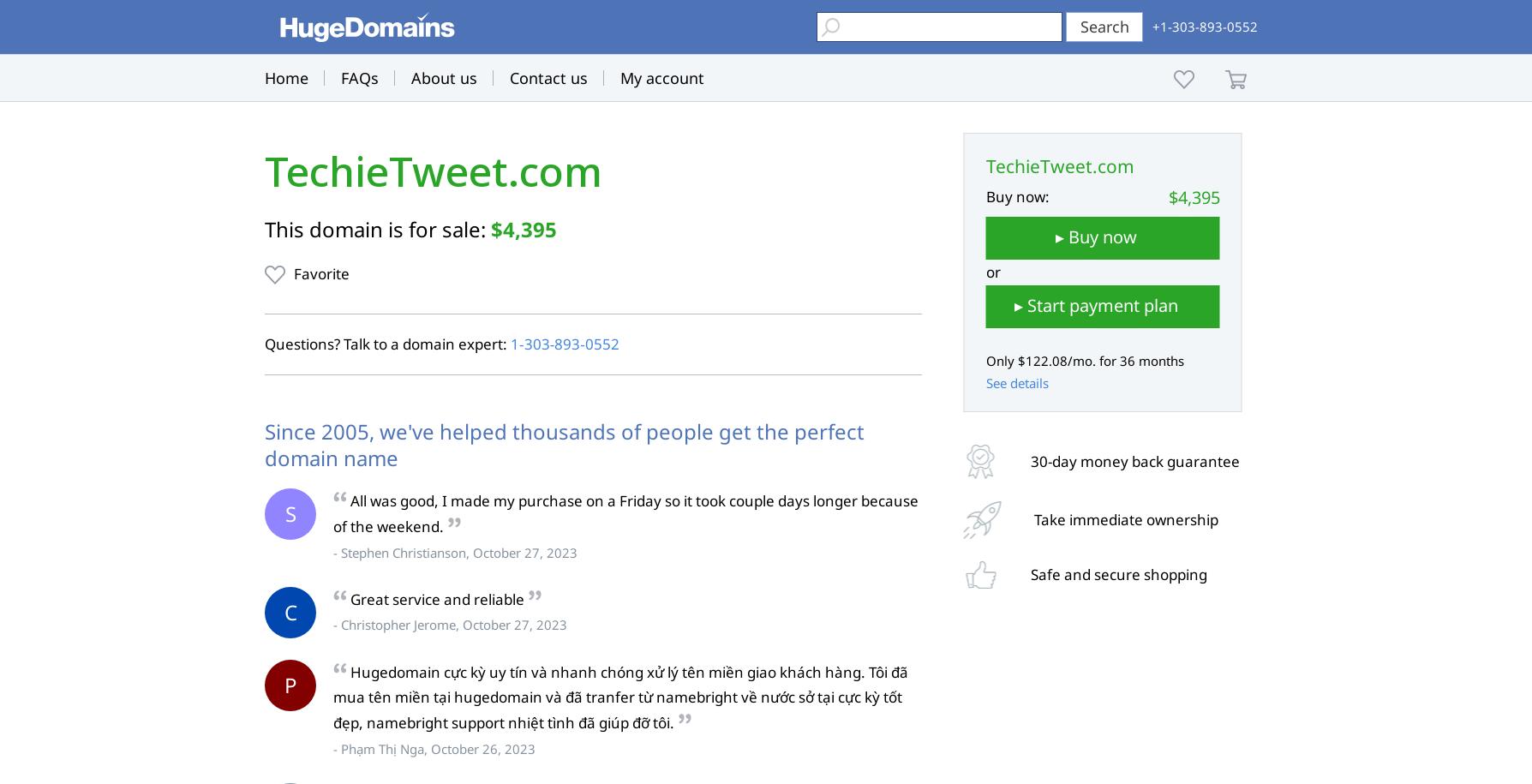 This screenshot has height=784, width=1532. What do you see at coordinates (289, 683) in the screenshot?
I see `'P'` at bounding box center [289, 683].